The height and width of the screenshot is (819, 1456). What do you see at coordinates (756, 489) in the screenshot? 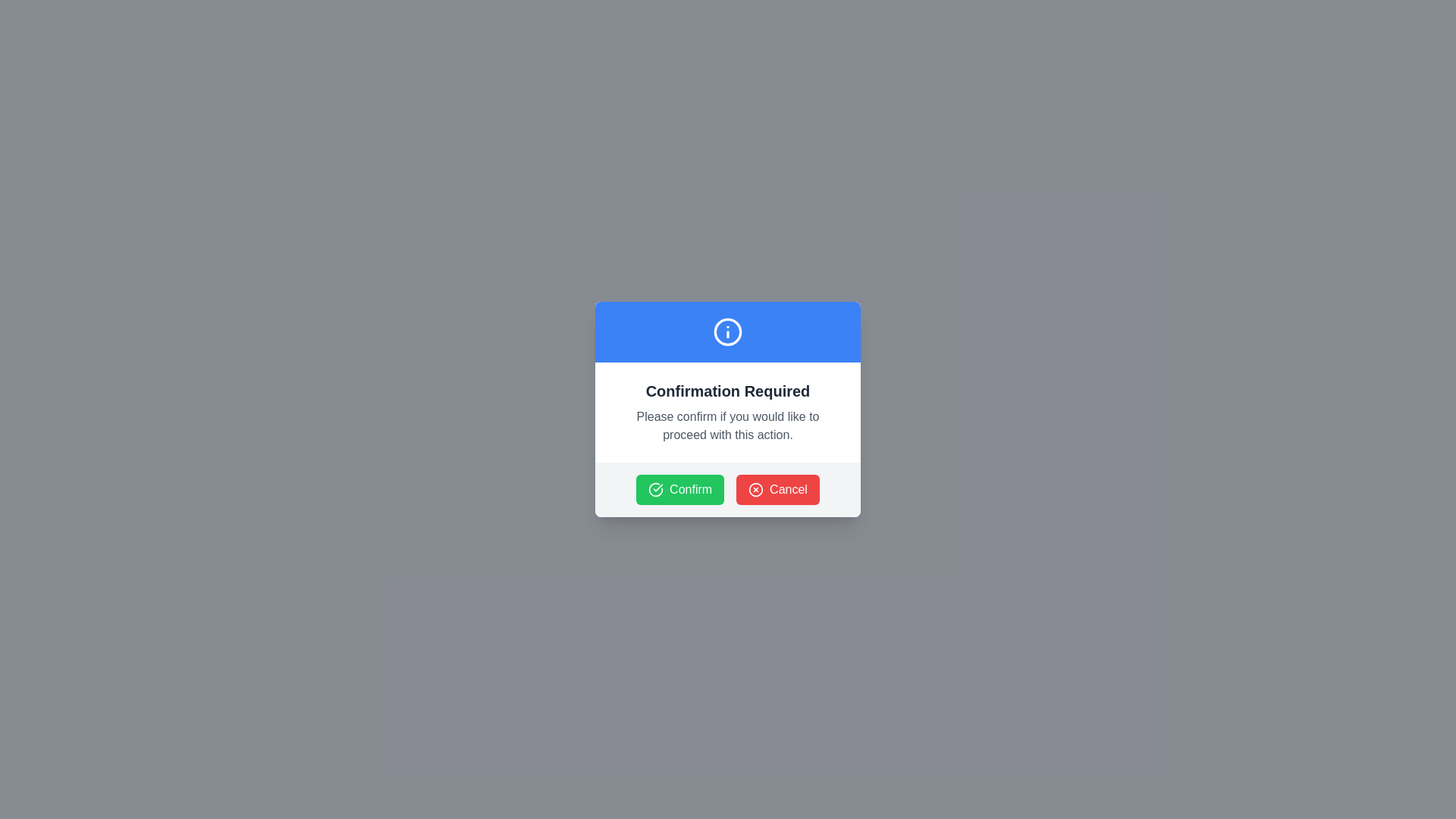
I see `the first SVG circle element within the modal dialog, which is part of an icon representation` at bounding box center [756, 489].